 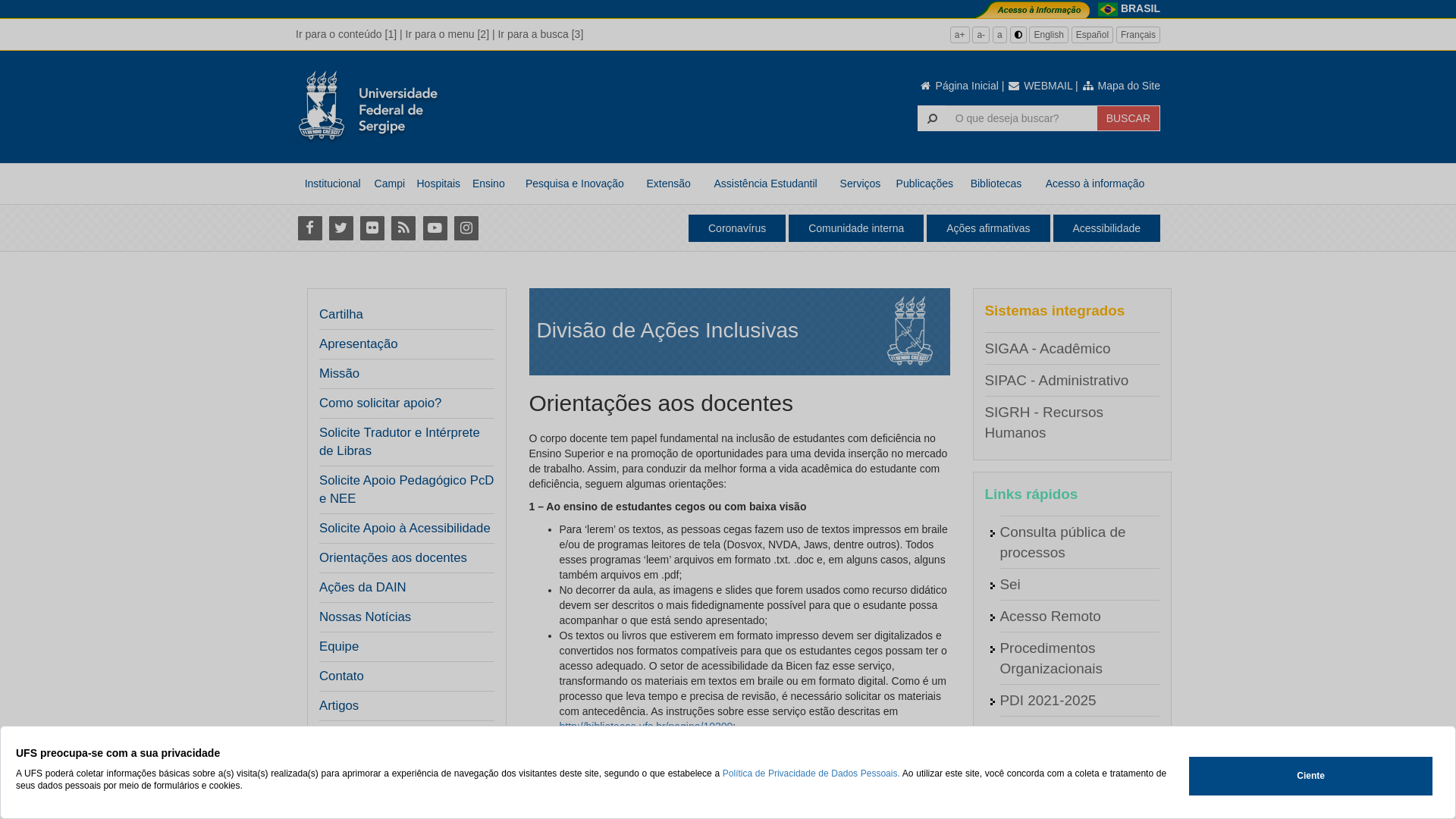 What do you see at coordinates (466, 183) in the screenshot?
I see `'Ensino'` at bounding box center [466, 183].